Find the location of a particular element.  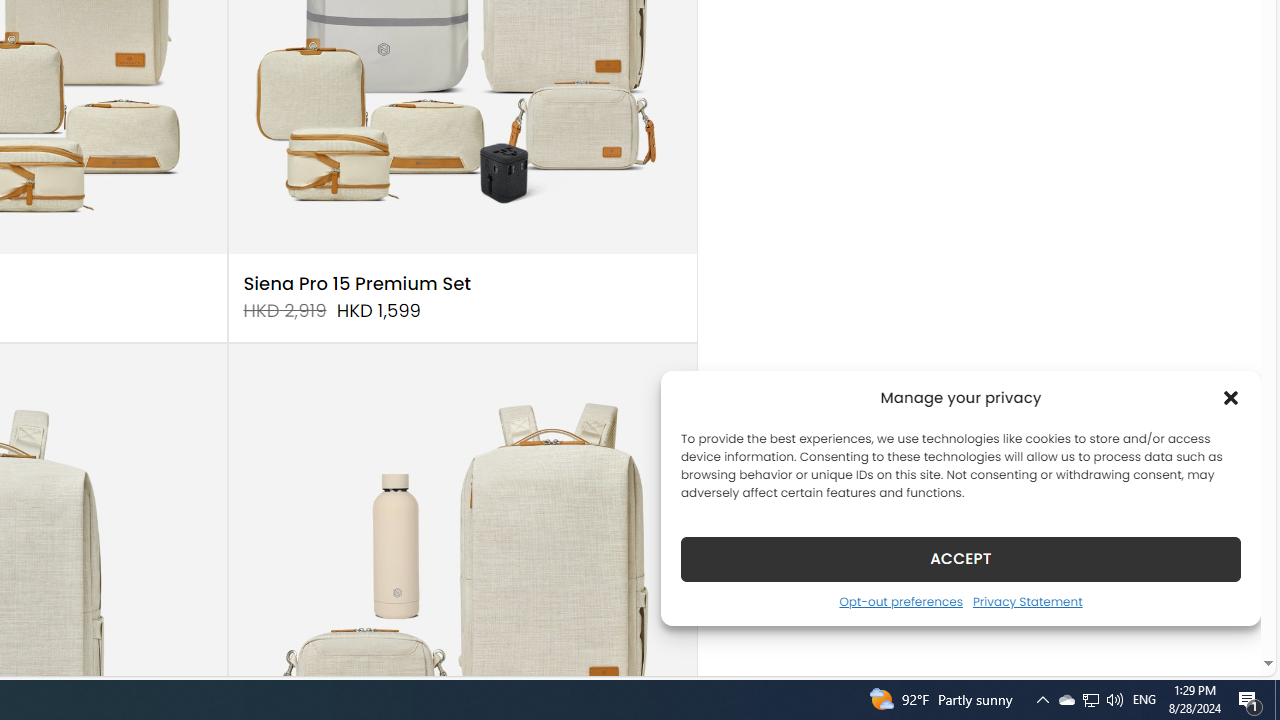

'Privacy Statement' is located at coordinates (1027, 600).